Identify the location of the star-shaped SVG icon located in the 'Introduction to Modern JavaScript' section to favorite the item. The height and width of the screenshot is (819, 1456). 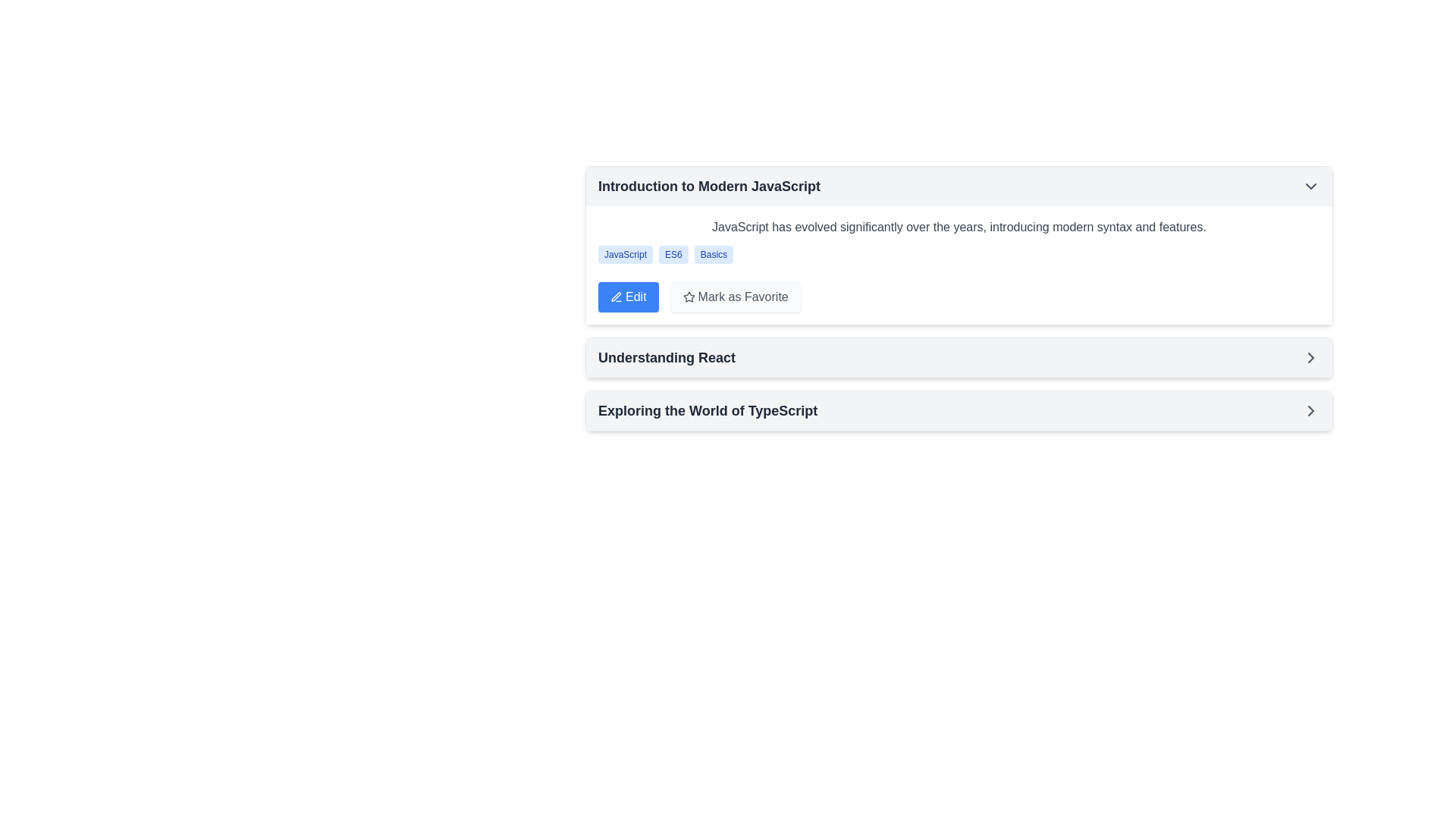
(687, 296).